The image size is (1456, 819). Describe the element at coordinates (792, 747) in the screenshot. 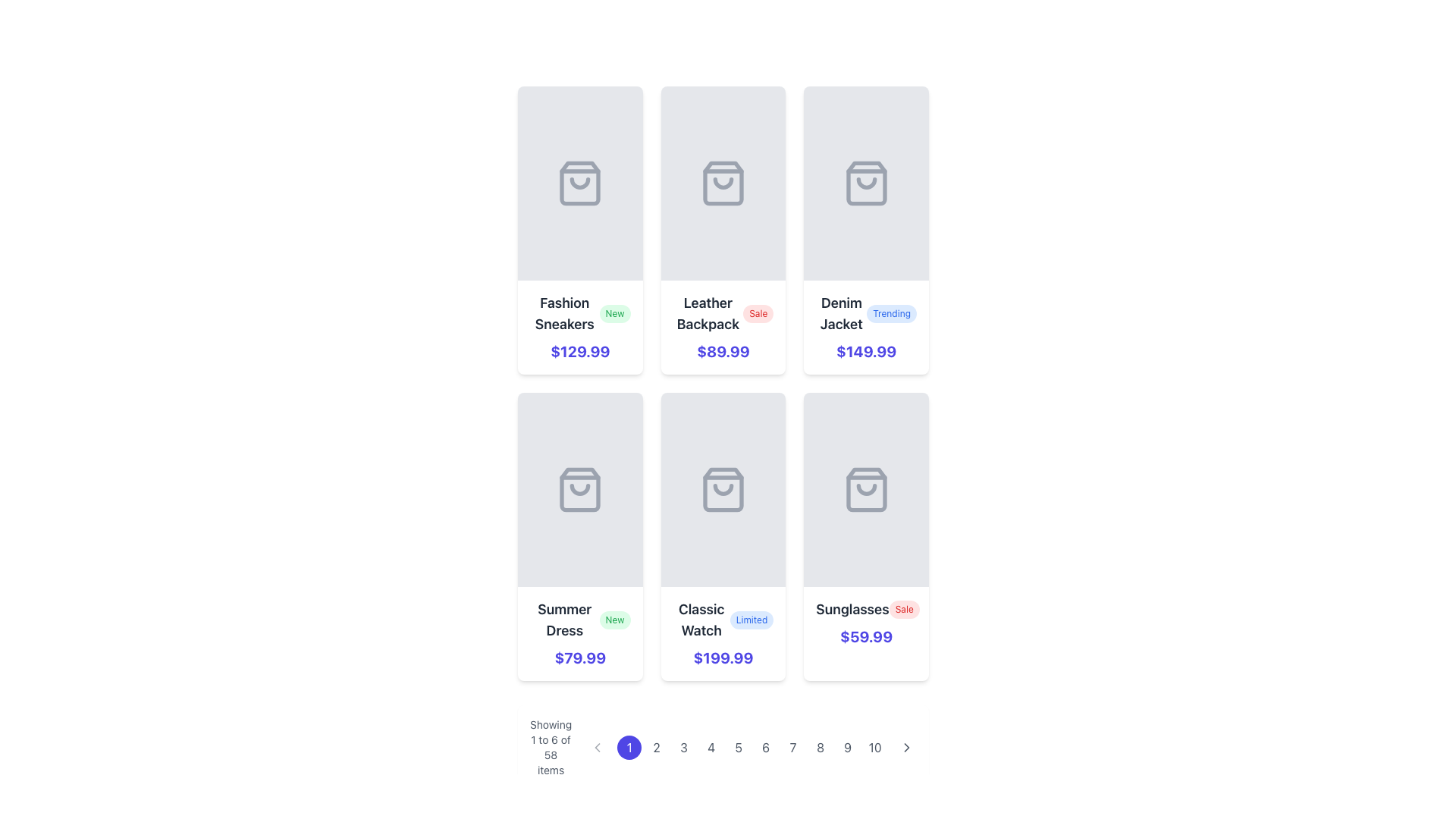

I see `the circular button with a white background and a gray number '7'` at that location.